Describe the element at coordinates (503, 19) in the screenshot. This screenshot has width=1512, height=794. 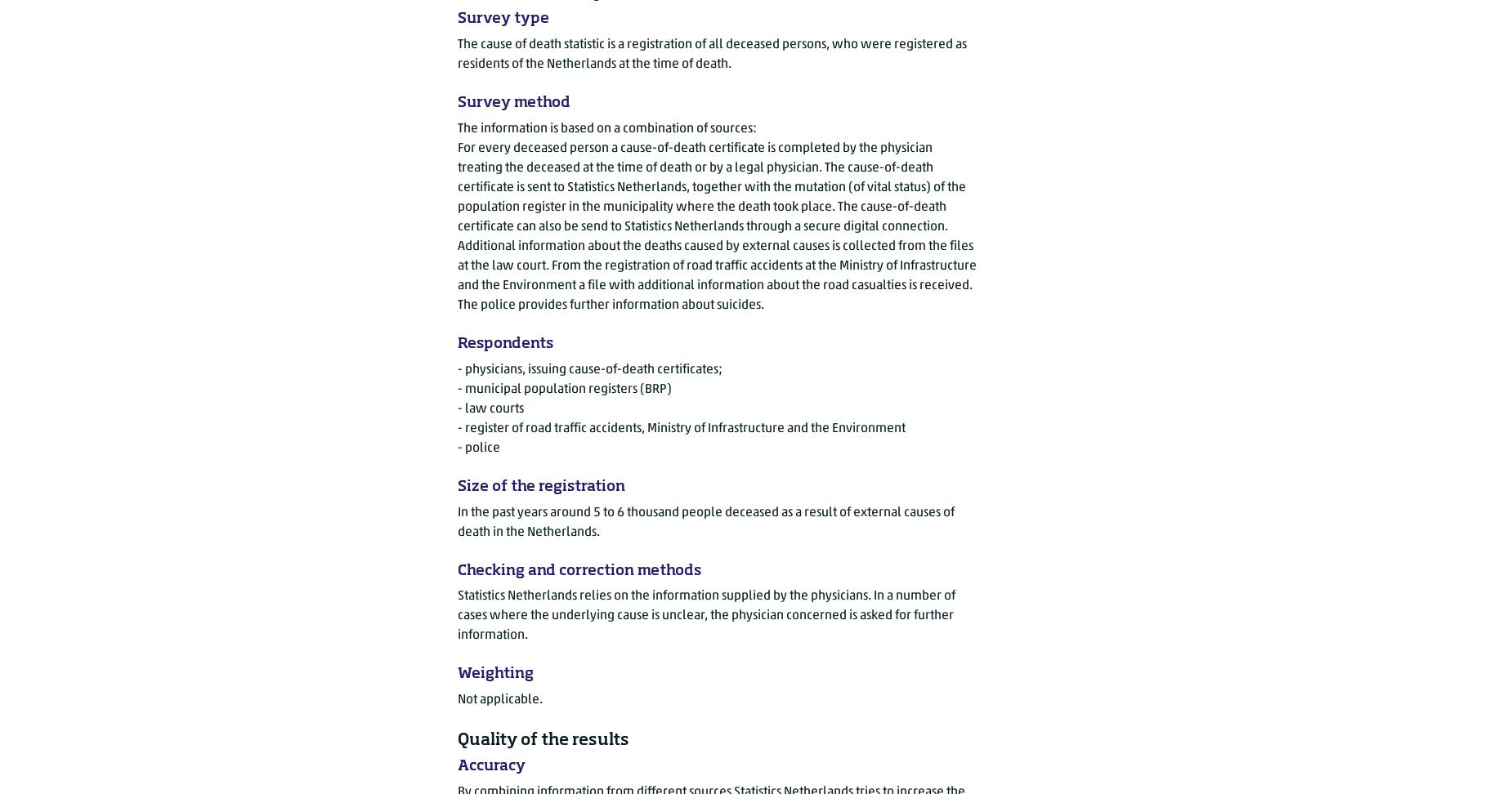
I see `'Survey type'` at that location.